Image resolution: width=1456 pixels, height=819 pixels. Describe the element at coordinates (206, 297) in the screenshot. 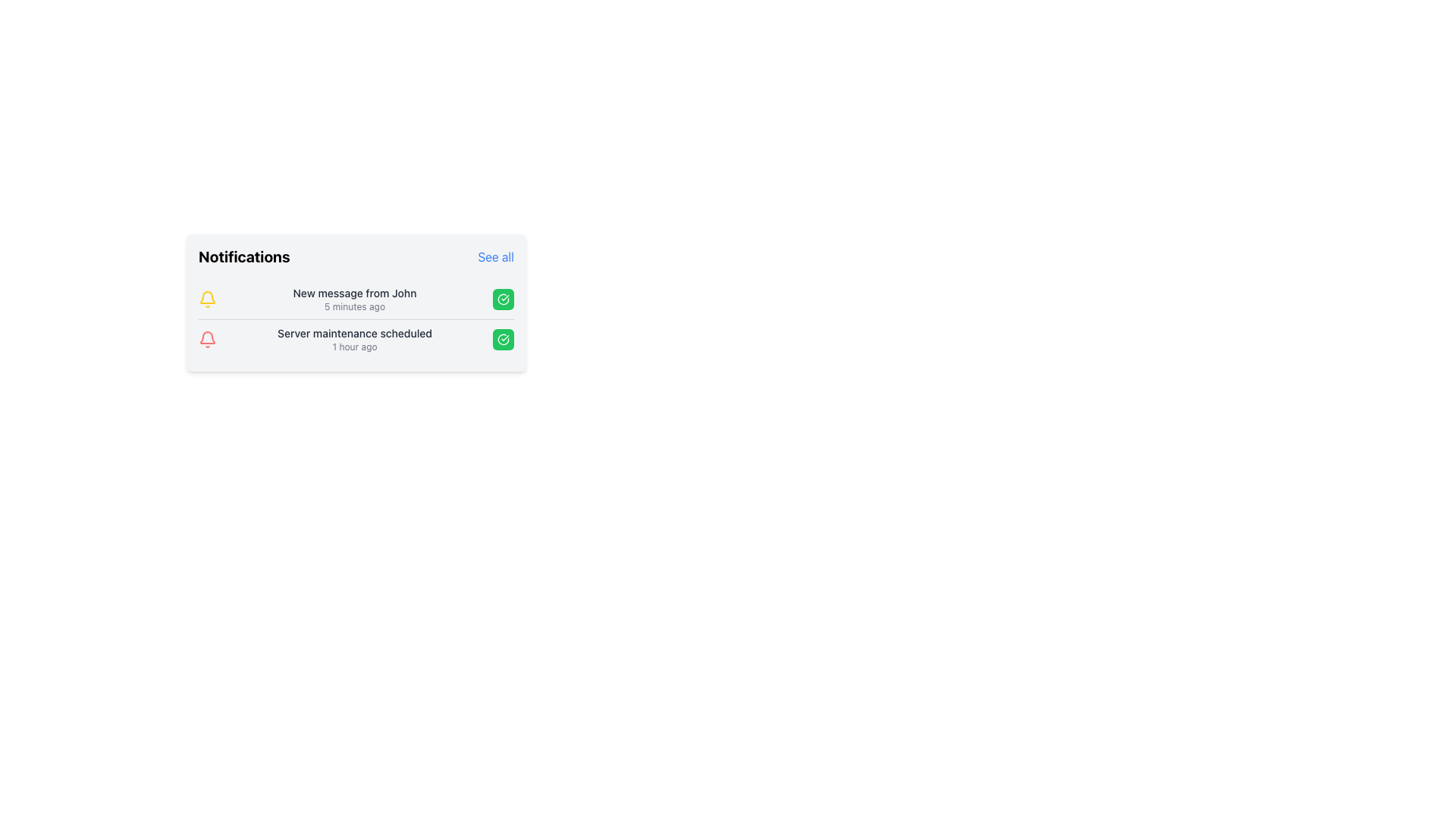

I see `the second icon in the notification list that represents system alerts or maintenance updates, located under the 'Notifications' header` at that location.